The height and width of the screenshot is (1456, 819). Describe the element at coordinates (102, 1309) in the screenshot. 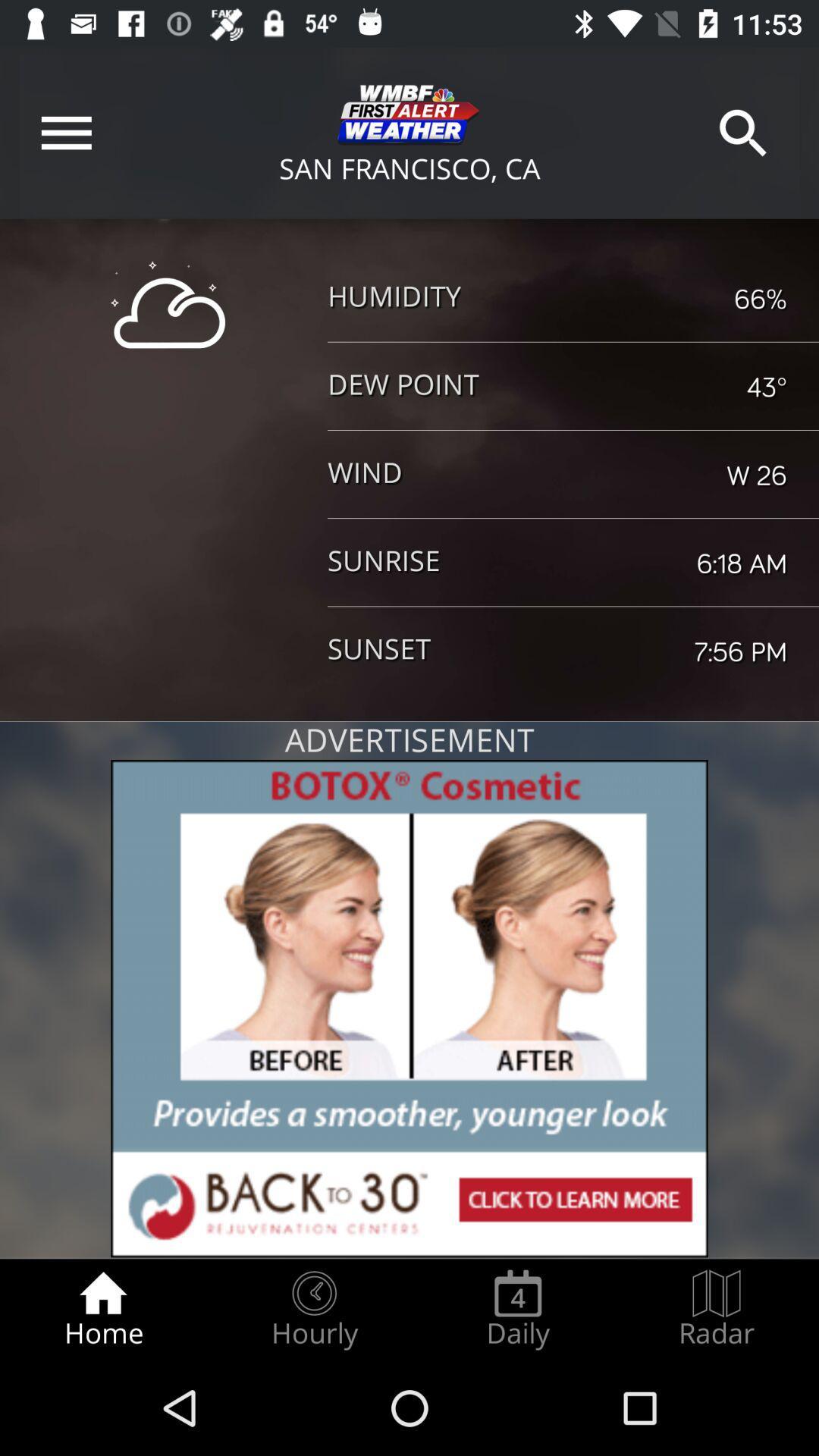

I see `item to the left of the hourly radio button` at that location.